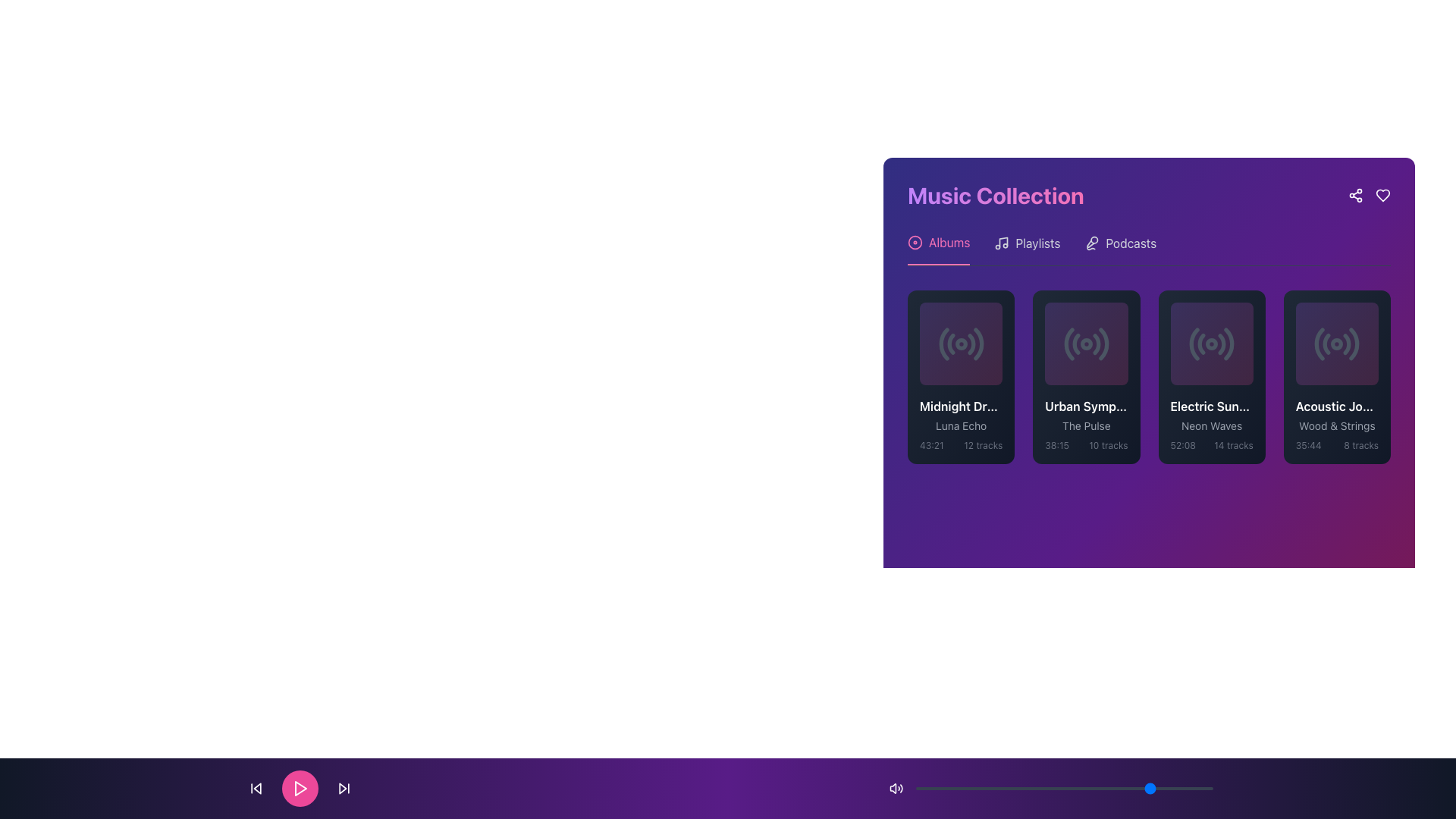 The height and width of the screenshot is (819, 1456). I want to click on the square visual card labeled 'Acoustic Journey' in the 'Music Collection' section, which is the fourth card from the left, so click(1337, 344).